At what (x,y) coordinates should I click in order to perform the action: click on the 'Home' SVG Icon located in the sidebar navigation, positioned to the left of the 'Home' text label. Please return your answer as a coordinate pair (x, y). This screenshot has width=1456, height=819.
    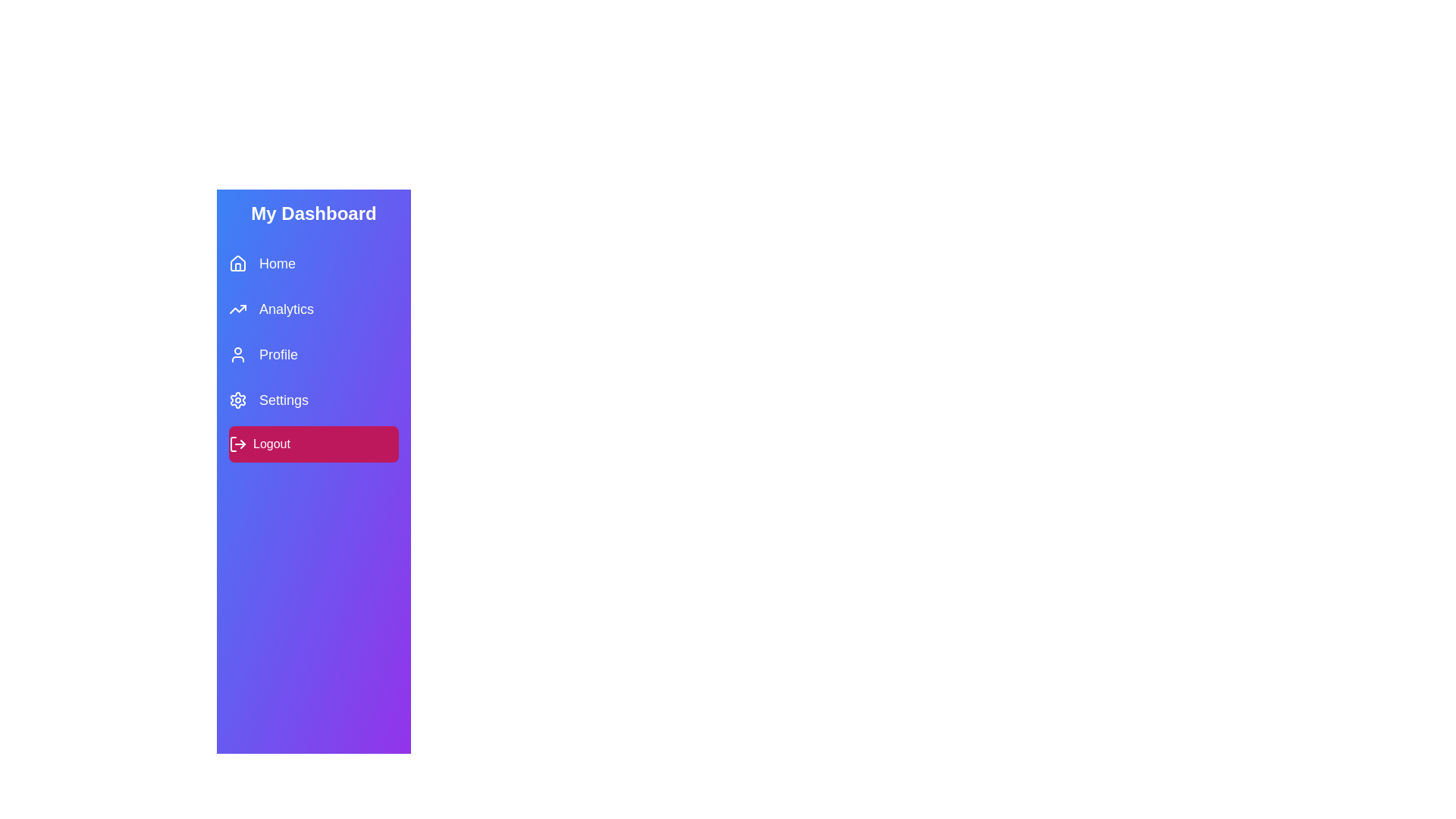
    Looking at the image, I should click on (237, 262).